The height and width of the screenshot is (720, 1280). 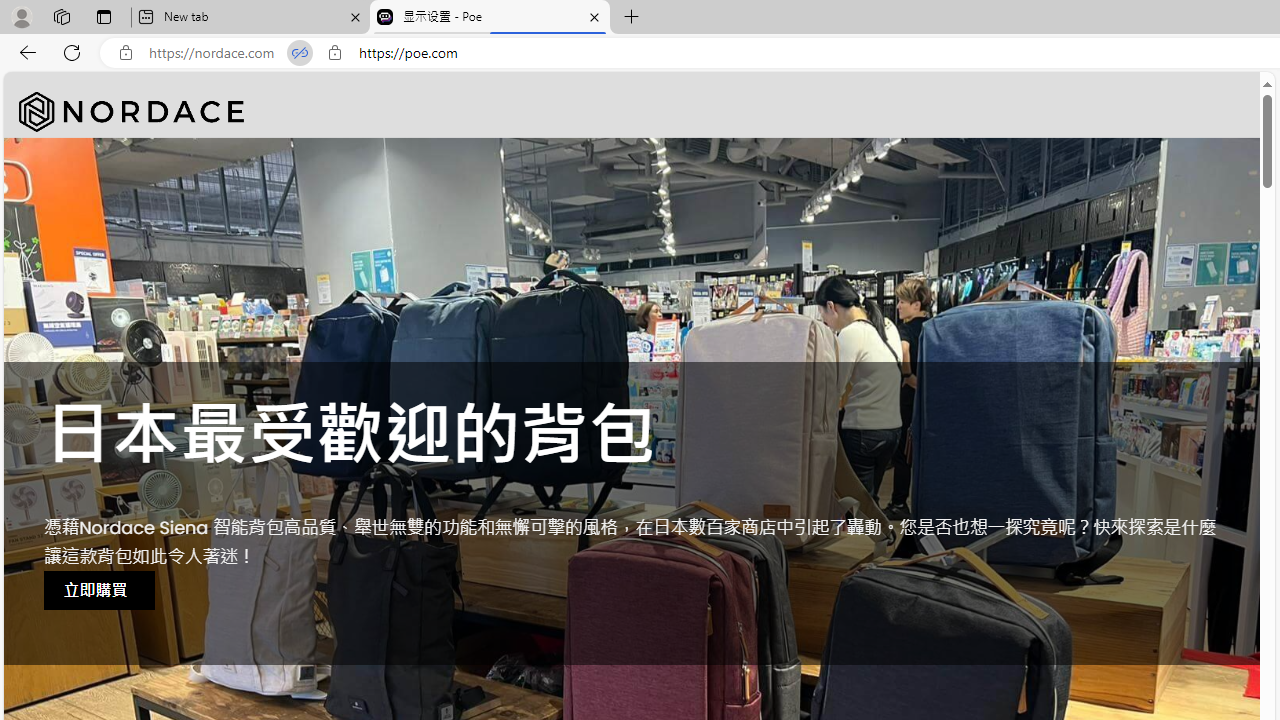 What do you see at coordinates (299, 52) in the screenshot?
I see `'Tabs in split screen'` at bounding box center [299, 52].